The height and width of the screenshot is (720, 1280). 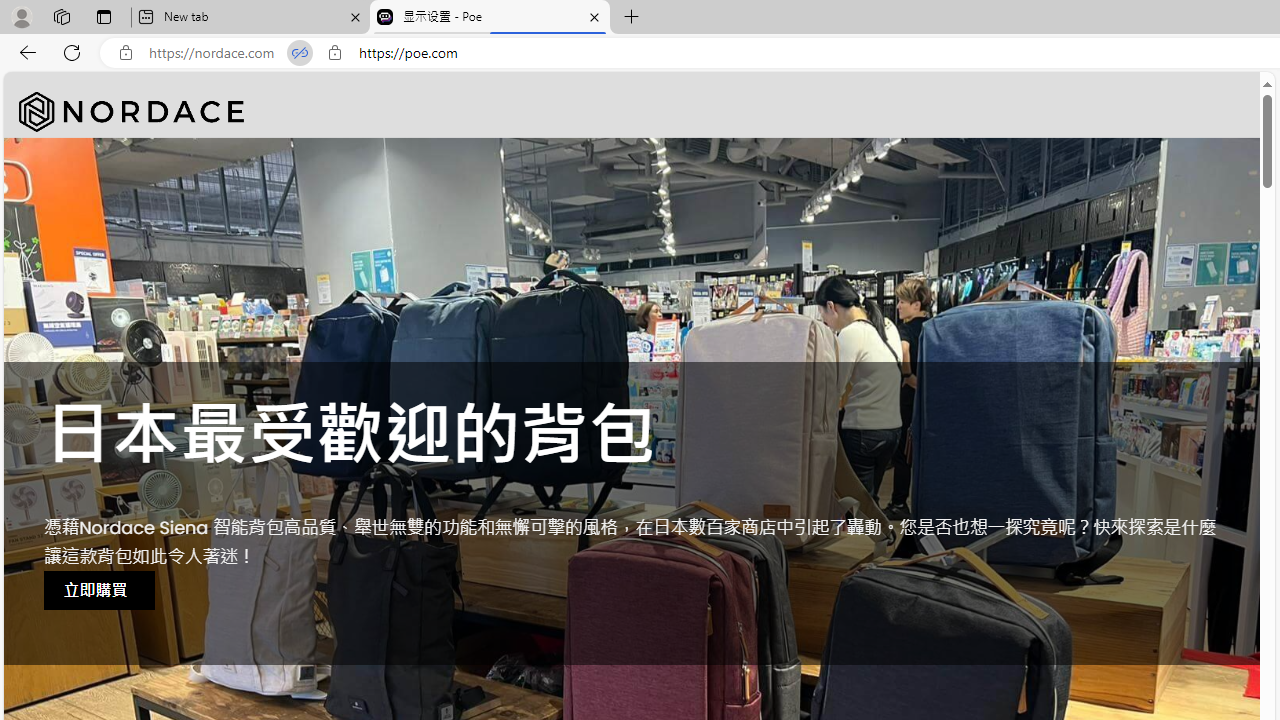 What do you see at coordinates (299, 52) in the screenshot?
I see `'Tabs in split screen'` at bounding box center [299, 52].